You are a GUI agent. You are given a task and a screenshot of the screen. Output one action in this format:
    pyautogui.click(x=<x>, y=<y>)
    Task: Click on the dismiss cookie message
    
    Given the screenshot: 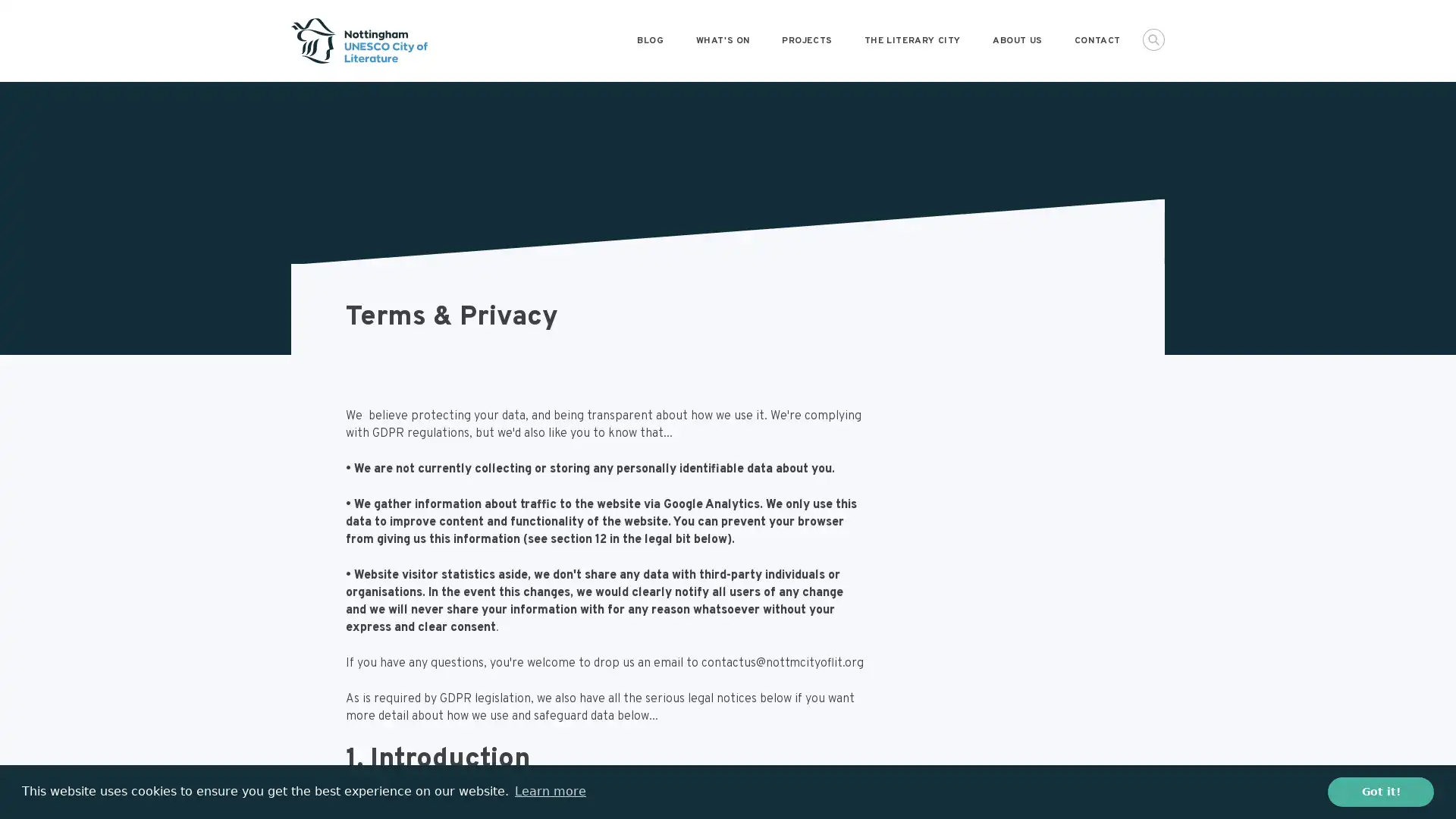 What is the action you would take?
    pyautogui.click(x=1380, y=791)
    